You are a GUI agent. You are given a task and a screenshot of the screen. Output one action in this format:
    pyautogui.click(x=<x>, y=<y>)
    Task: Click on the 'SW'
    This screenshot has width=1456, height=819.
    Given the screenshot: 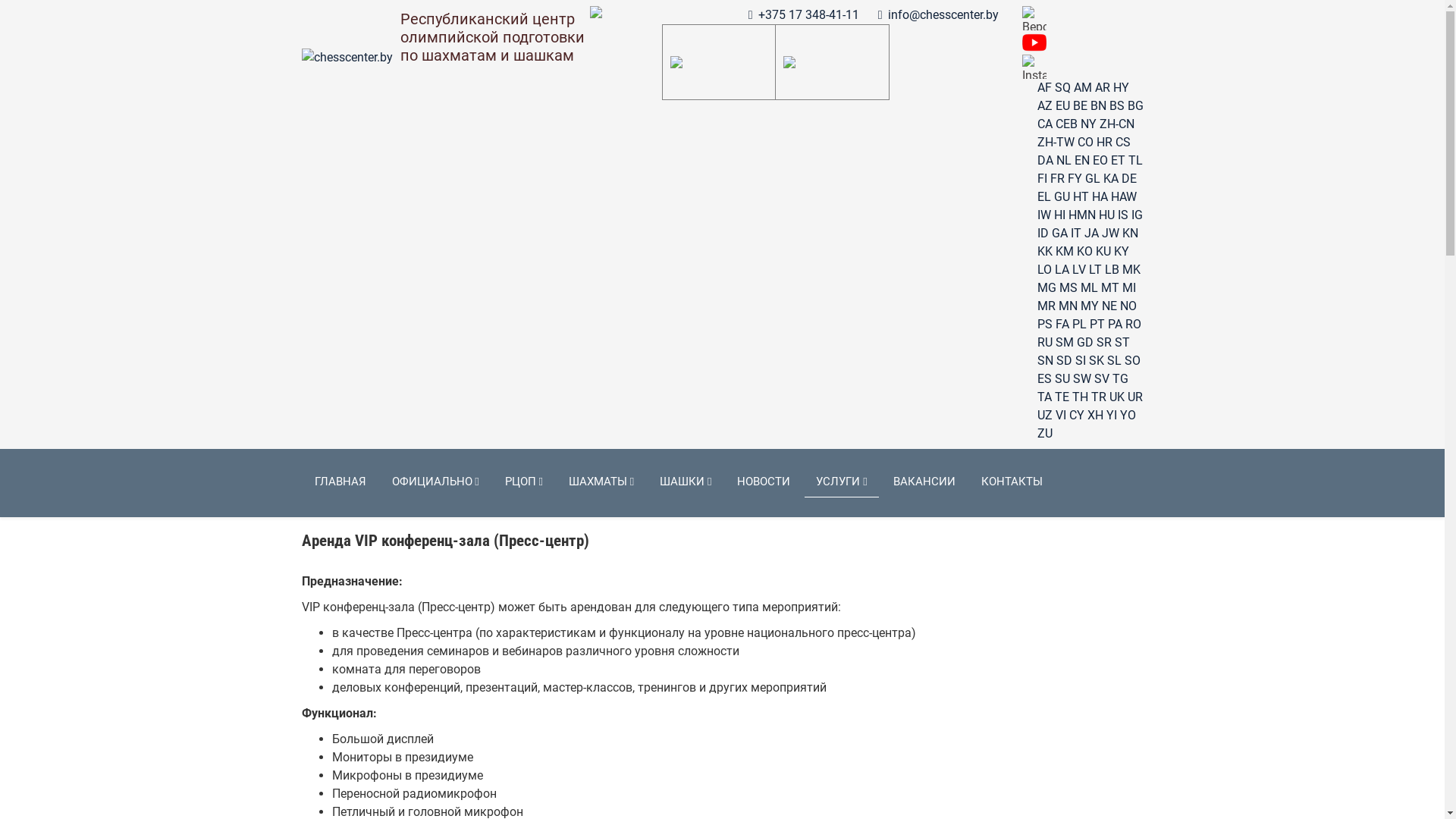 What is the action you would take?
    pyautogui.click(x=1080, y=378)
    